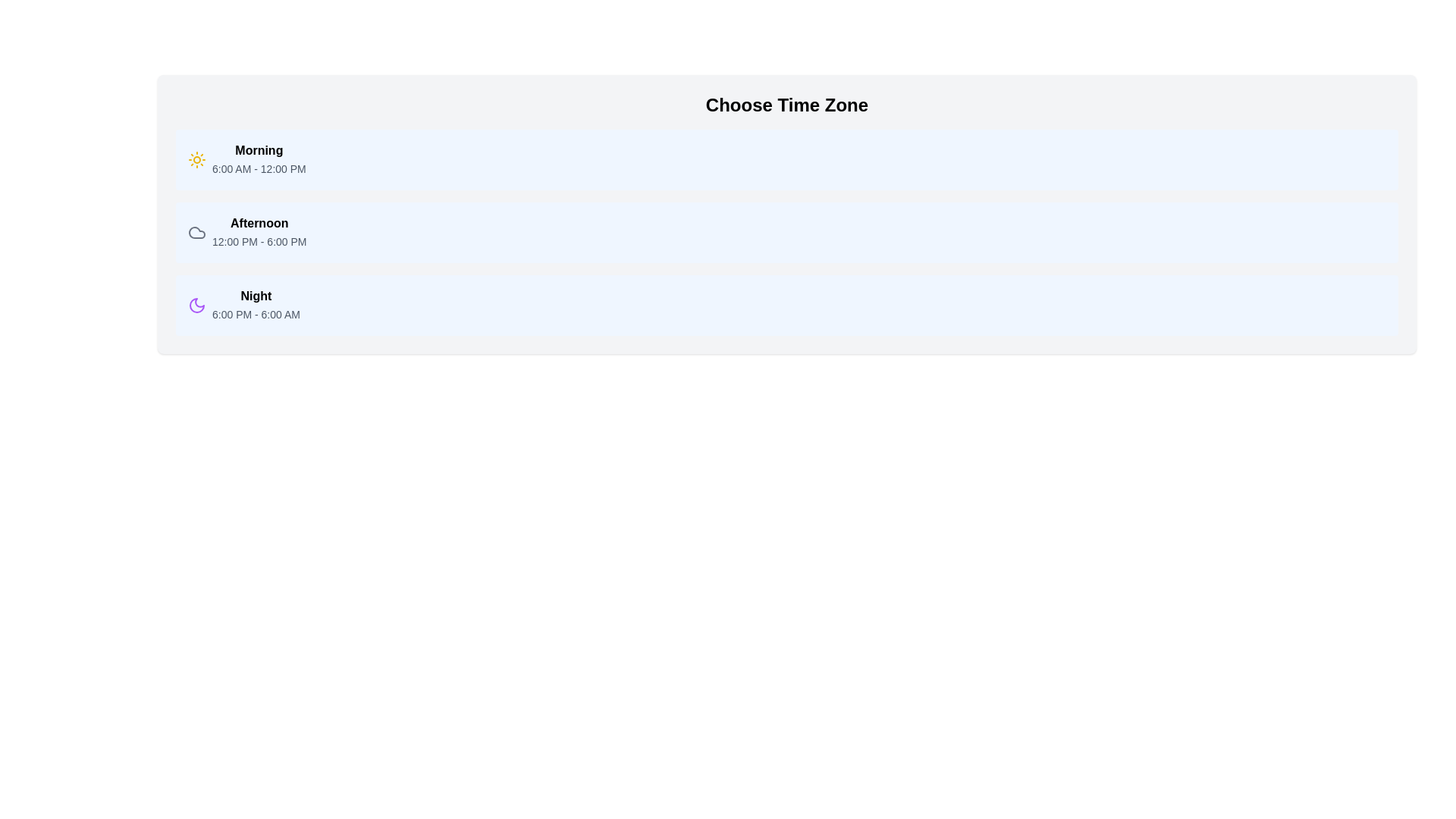 Image resolution: width=1456 pixels, height=819 pixels. I want to click on the text label displaying 'Night', which is styled in bold font and located under the heading 'Choose Time Zone', aligned with a moon icon to its left, so click(256, 296).